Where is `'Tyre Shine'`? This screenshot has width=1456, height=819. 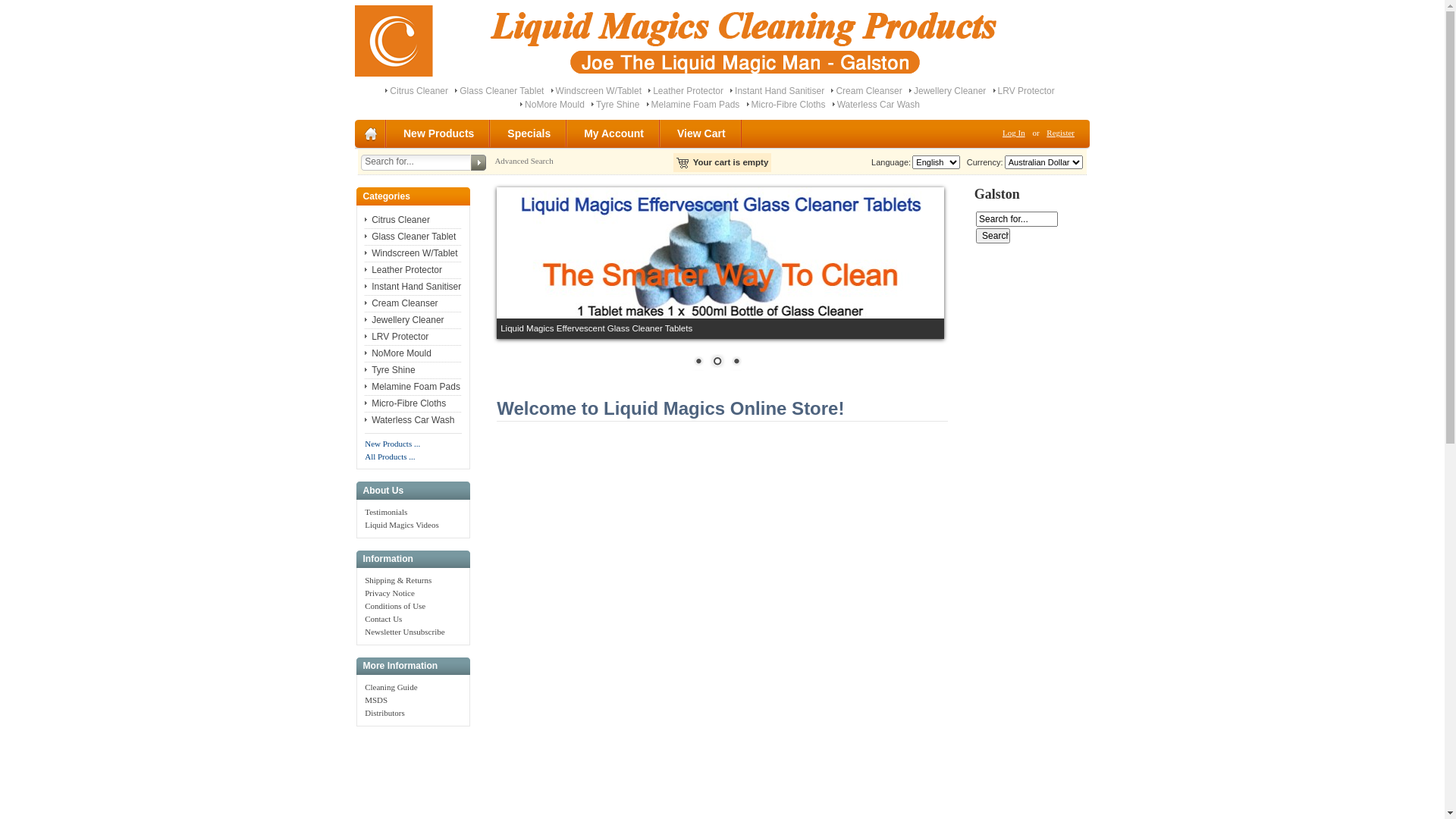 'Tyre Shine' is located at coordinates (364, 370).